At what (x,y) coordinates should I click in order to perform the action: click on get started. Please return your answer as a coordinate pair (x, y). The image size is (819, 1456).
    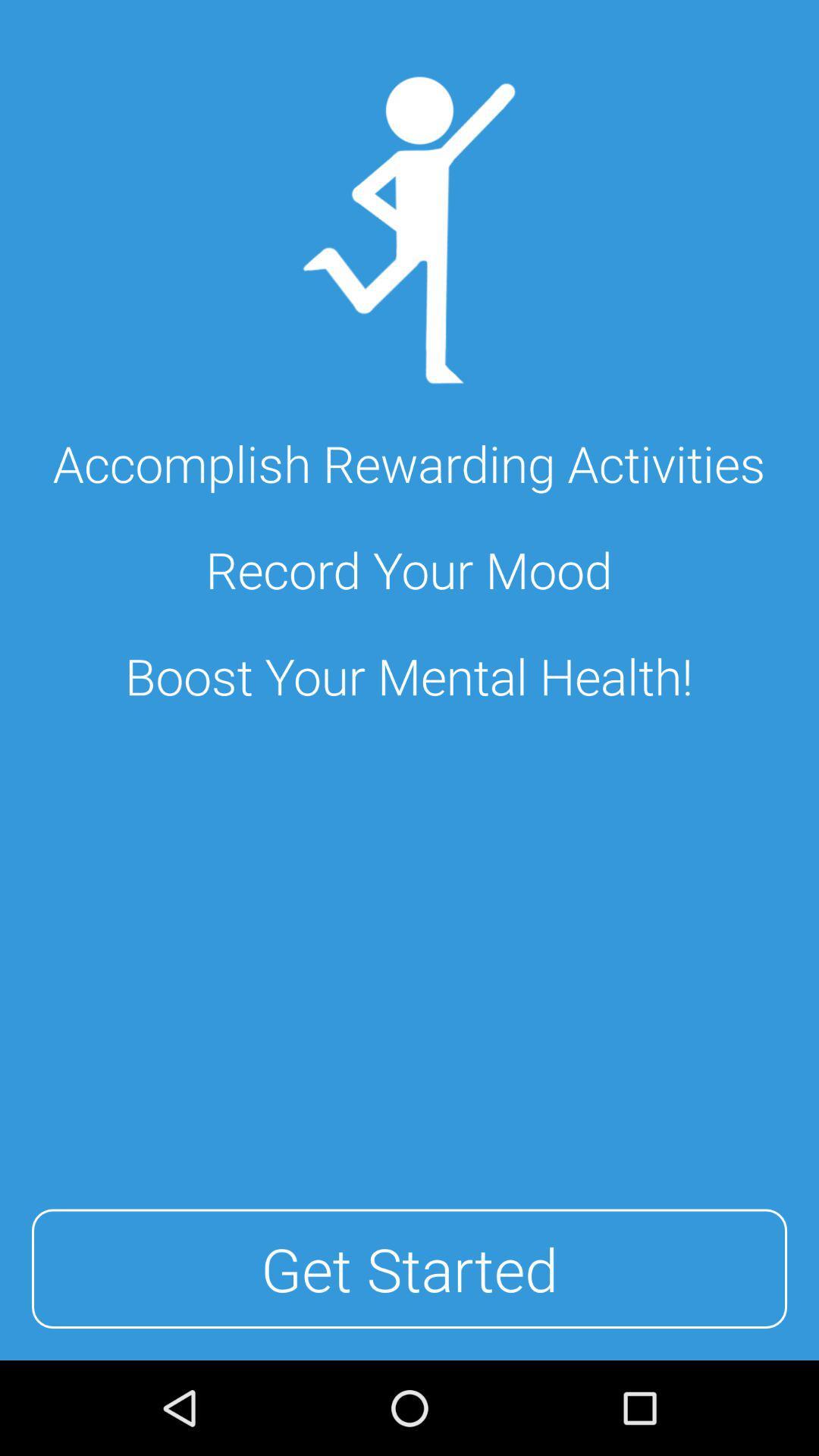
    Looking at the image, I should click on (409, 1269).